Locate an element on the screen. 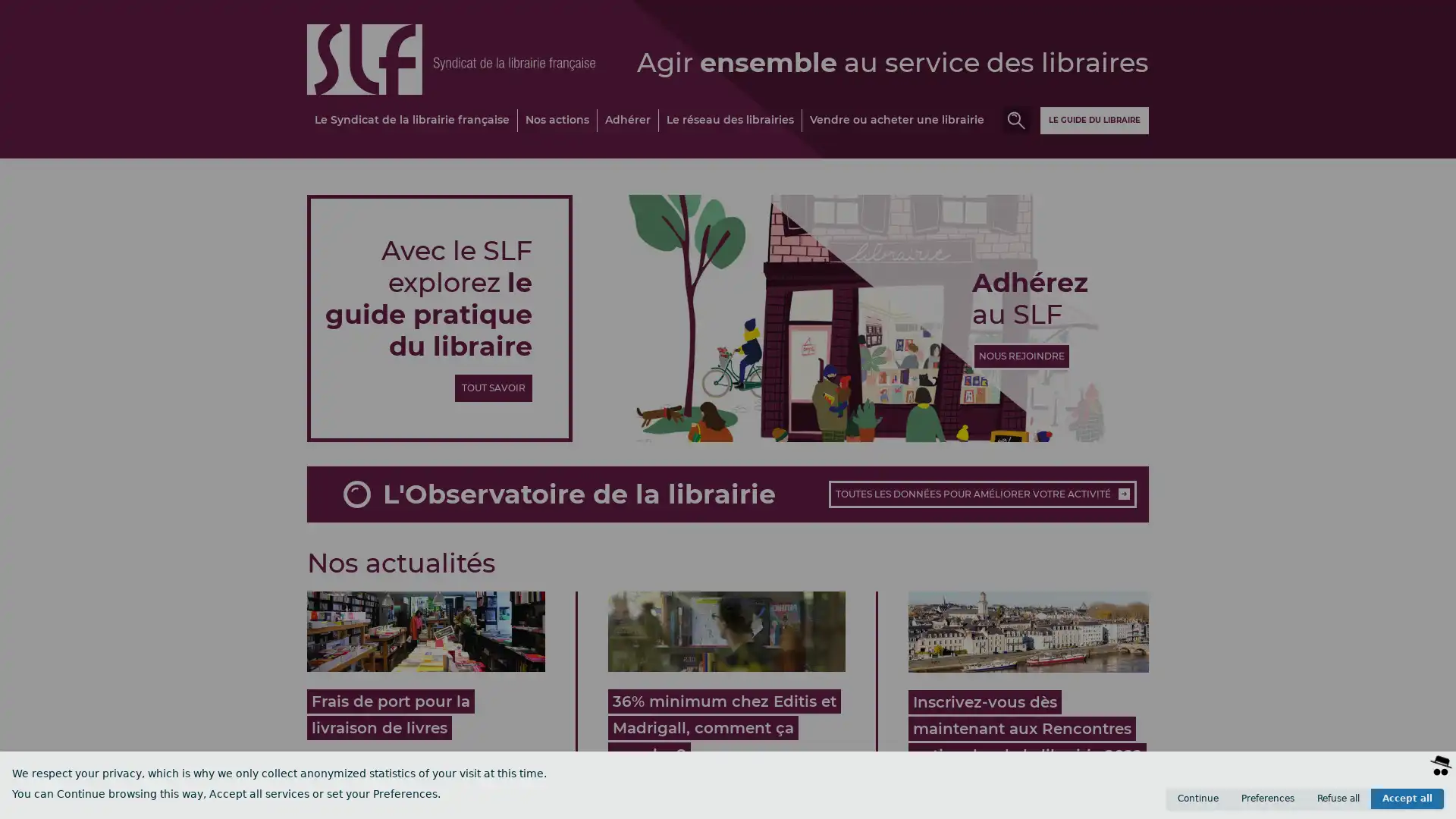 This screenshot has width=1456, height=819. Continue is located at coordinates (1197, 798).